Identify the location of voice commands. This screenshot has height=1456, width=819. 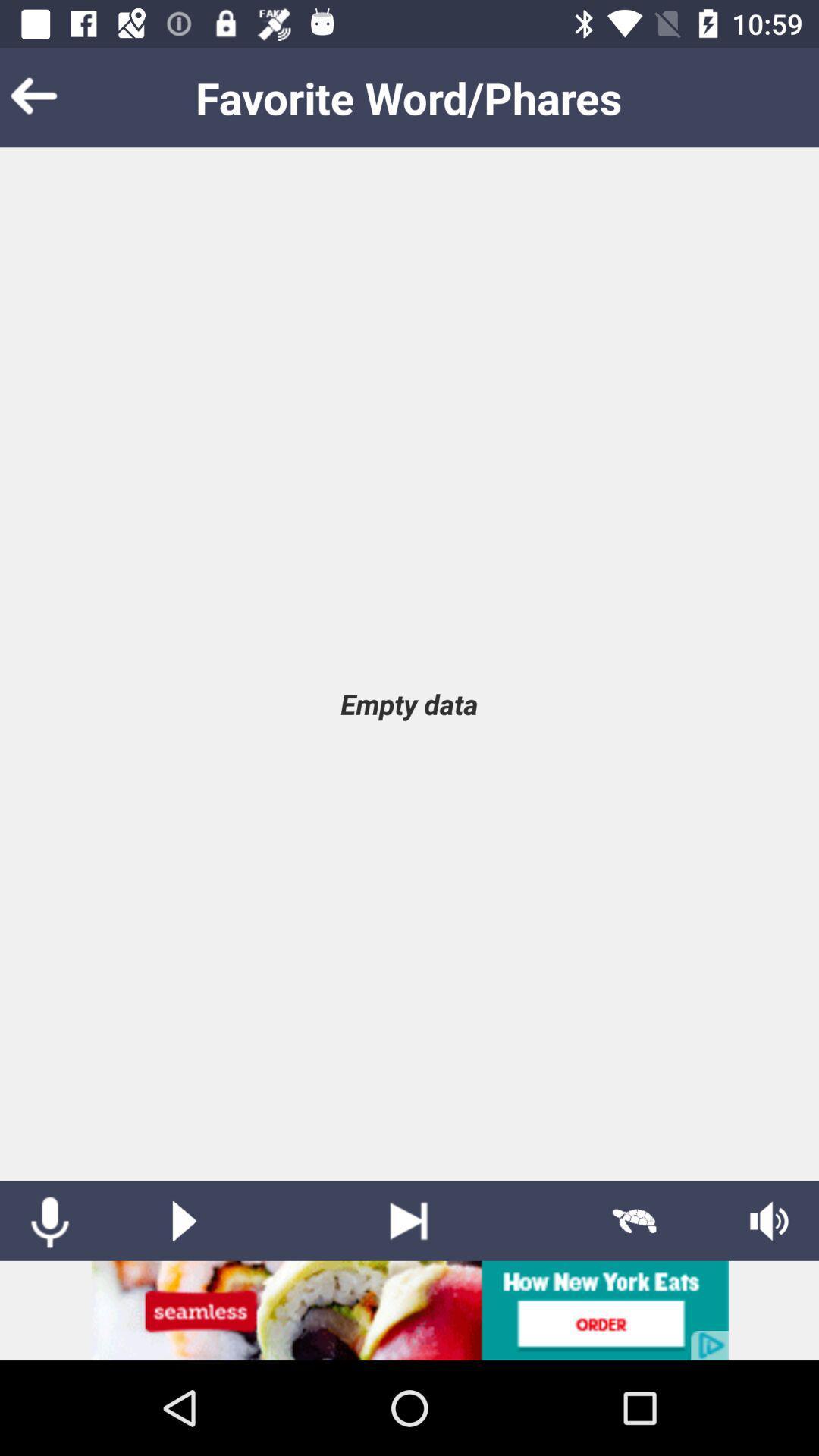
(49, 1221).